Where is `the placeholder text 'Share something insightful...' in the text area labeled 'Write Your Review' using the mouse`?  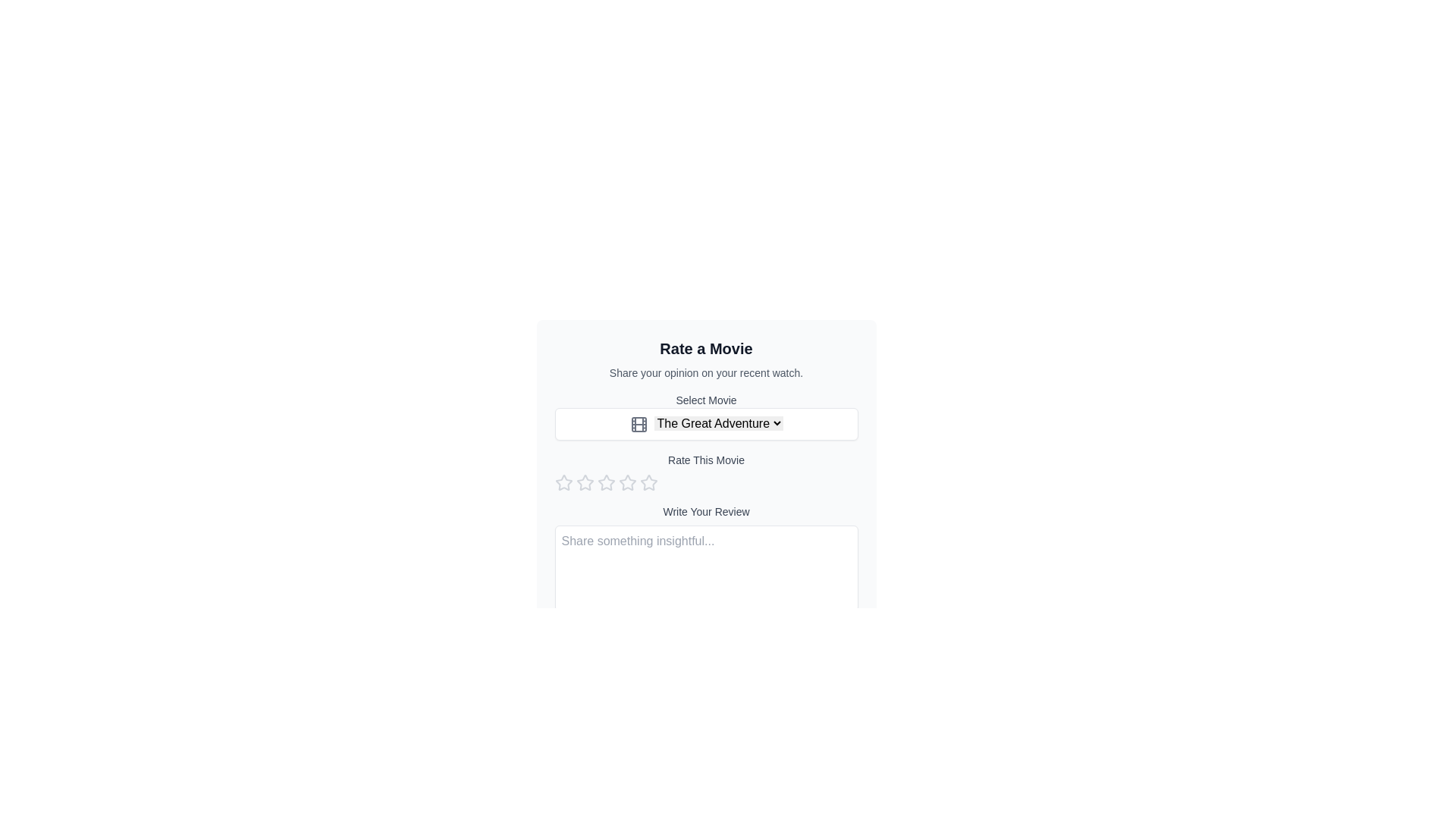
the placeholder text 'Share something insightful...' in the text area labeled 'Write Your Review' using the mouse is located at coordinates (705, 560).